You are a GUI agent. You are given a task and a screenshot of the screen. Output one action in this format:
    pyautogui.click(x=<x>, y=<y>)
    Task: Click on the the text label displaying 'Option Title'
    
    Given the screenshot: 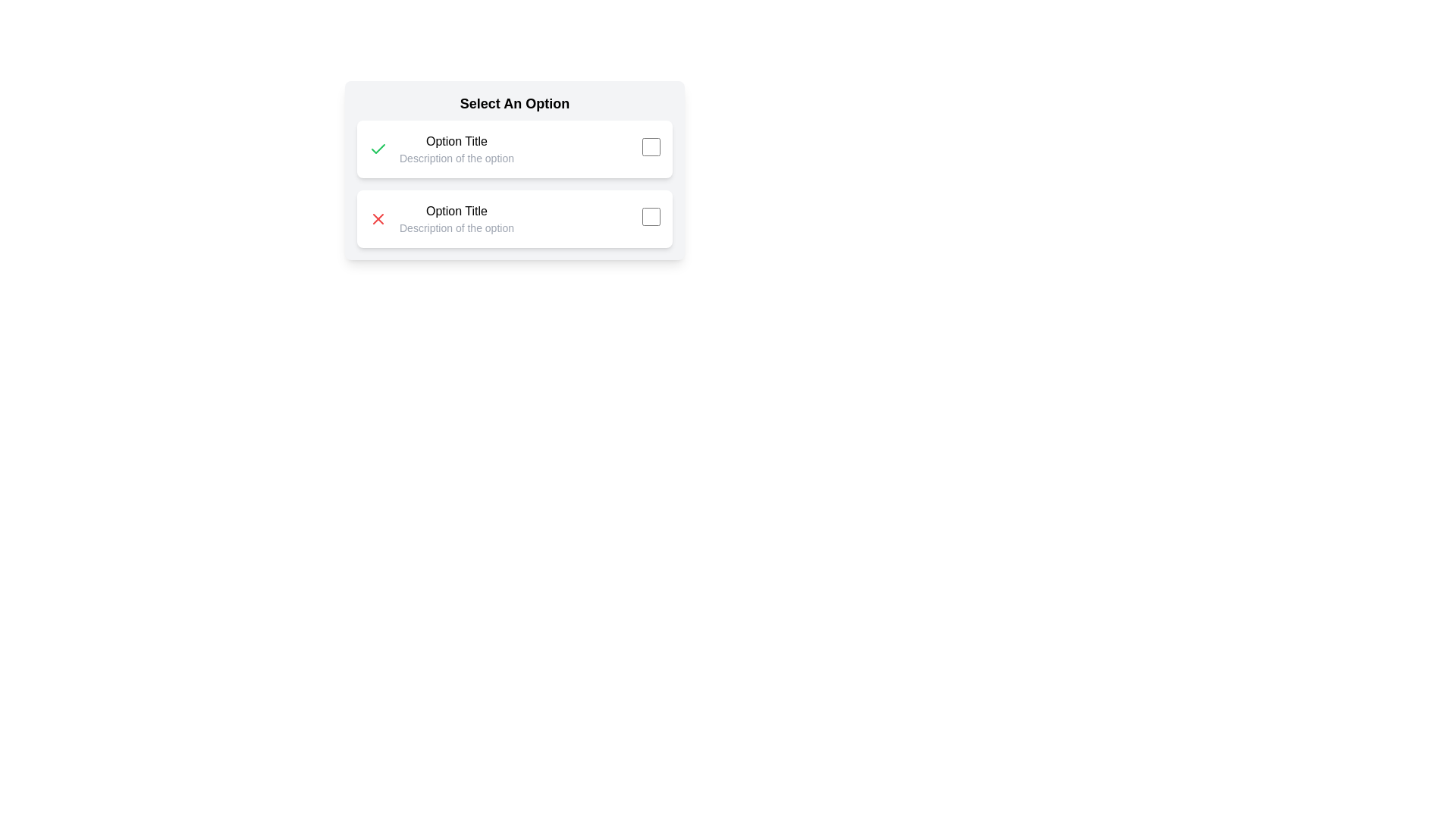 What is the action you would take?
    pyautogui.click(x=456, y=141)
    